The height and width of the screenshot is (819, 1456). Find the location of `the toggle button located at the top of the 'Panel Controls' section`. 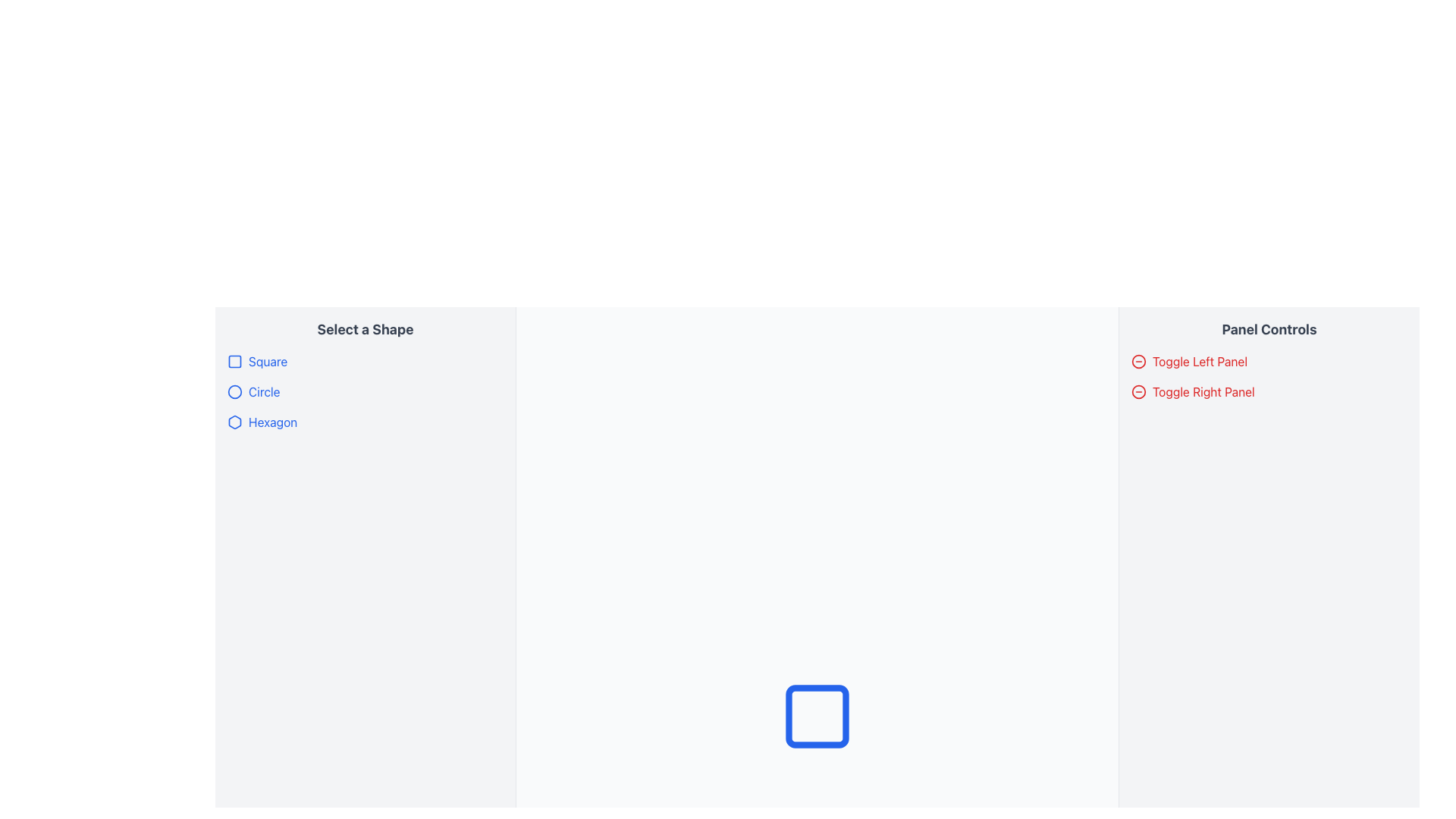

the toggle button located at the top of the 'Panel Controls' section is located at coordinates (1188, 362).